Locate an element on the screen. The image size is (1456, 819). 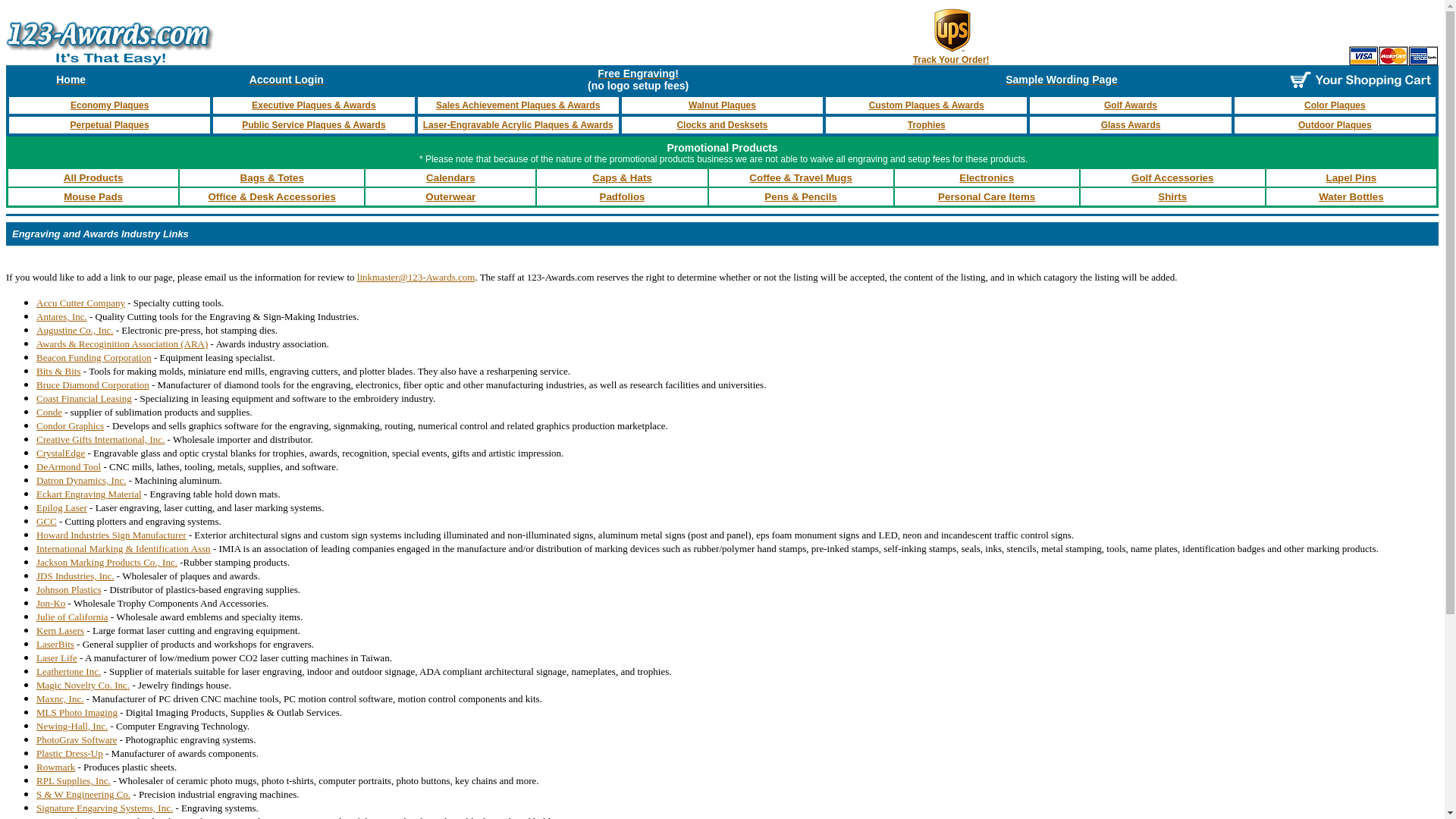
'Jackson Marking Products Co., Inc.' is located at coordinates (105, 562).